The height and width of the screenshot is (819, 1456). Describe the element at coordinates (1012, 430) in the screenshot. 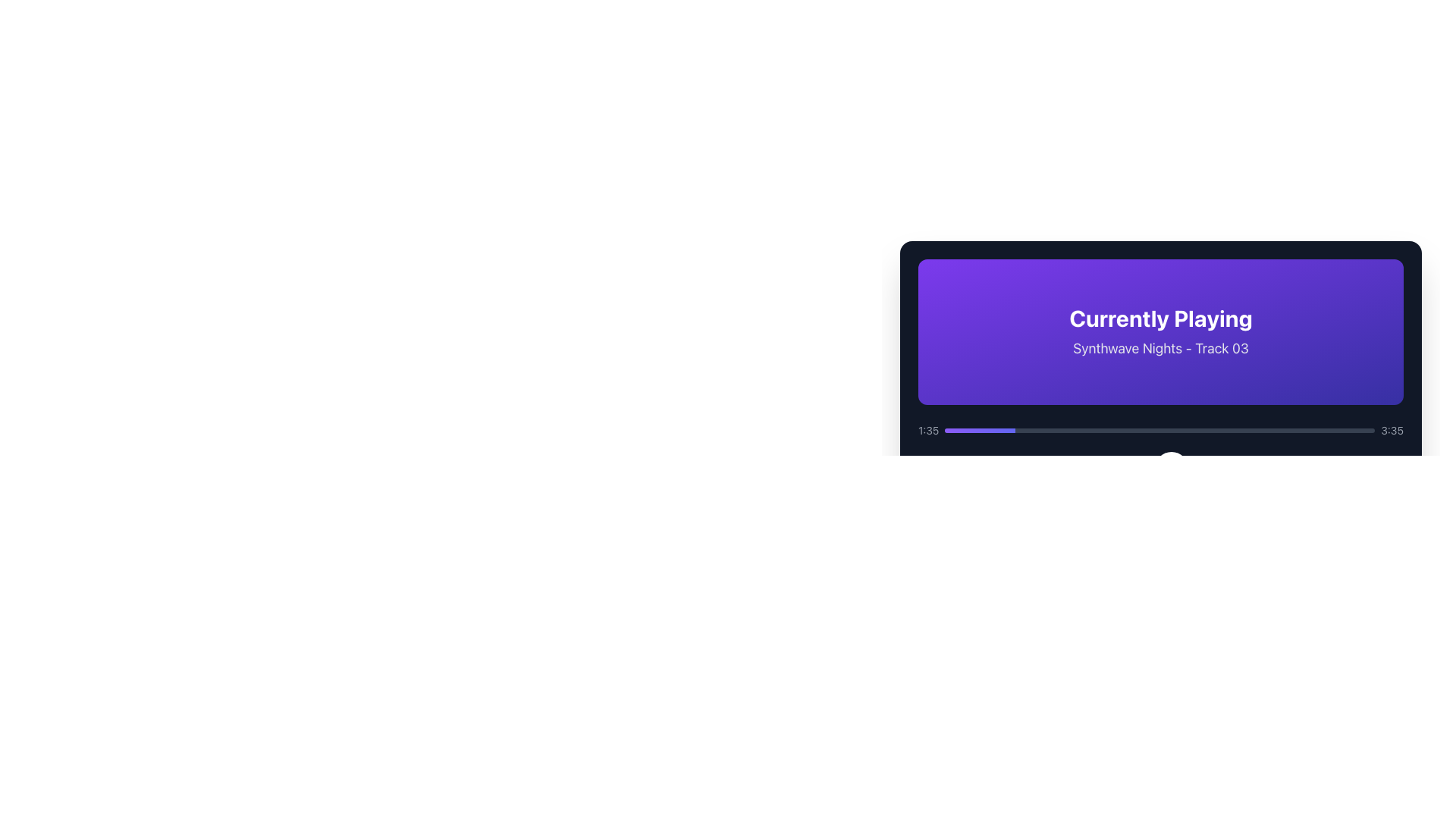

I see `the playback position` at that location.